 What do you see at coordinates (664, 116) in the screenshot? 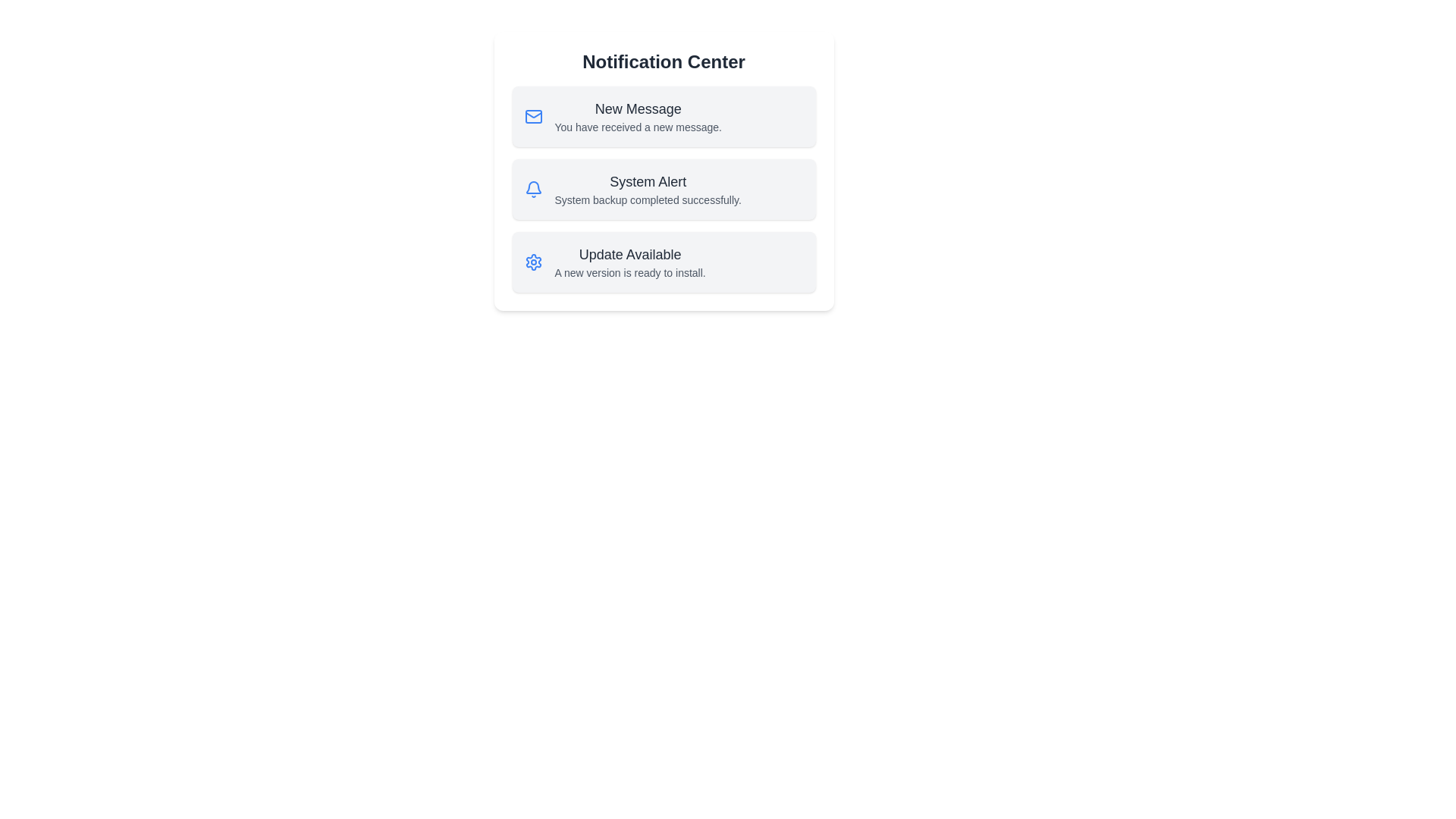
I see `the topmost notification card in the notification center panel that informs the user about a new message` at bounding box center [664, 116].